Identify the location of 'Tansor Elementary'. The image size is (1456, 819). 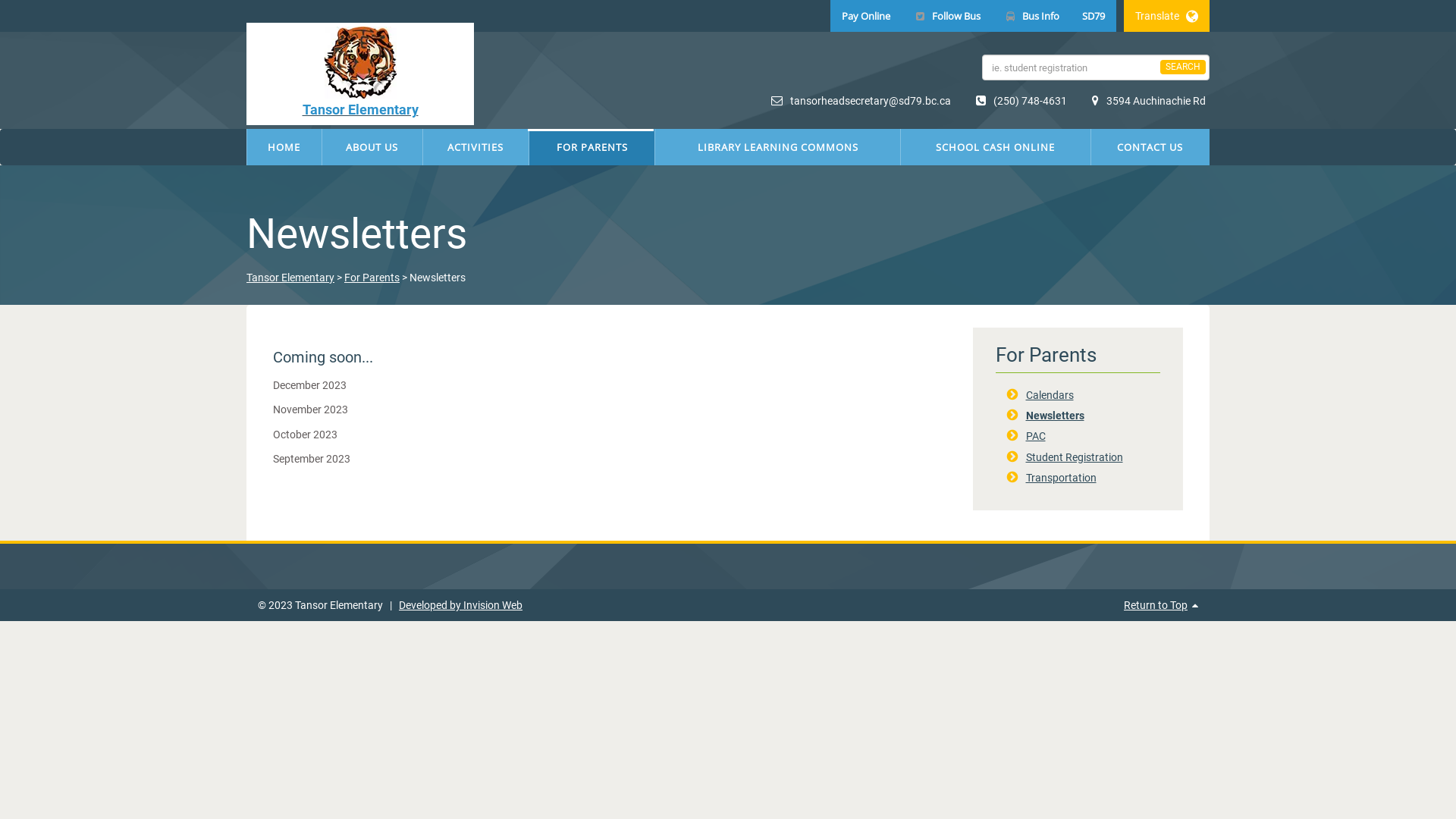
(246, 278).